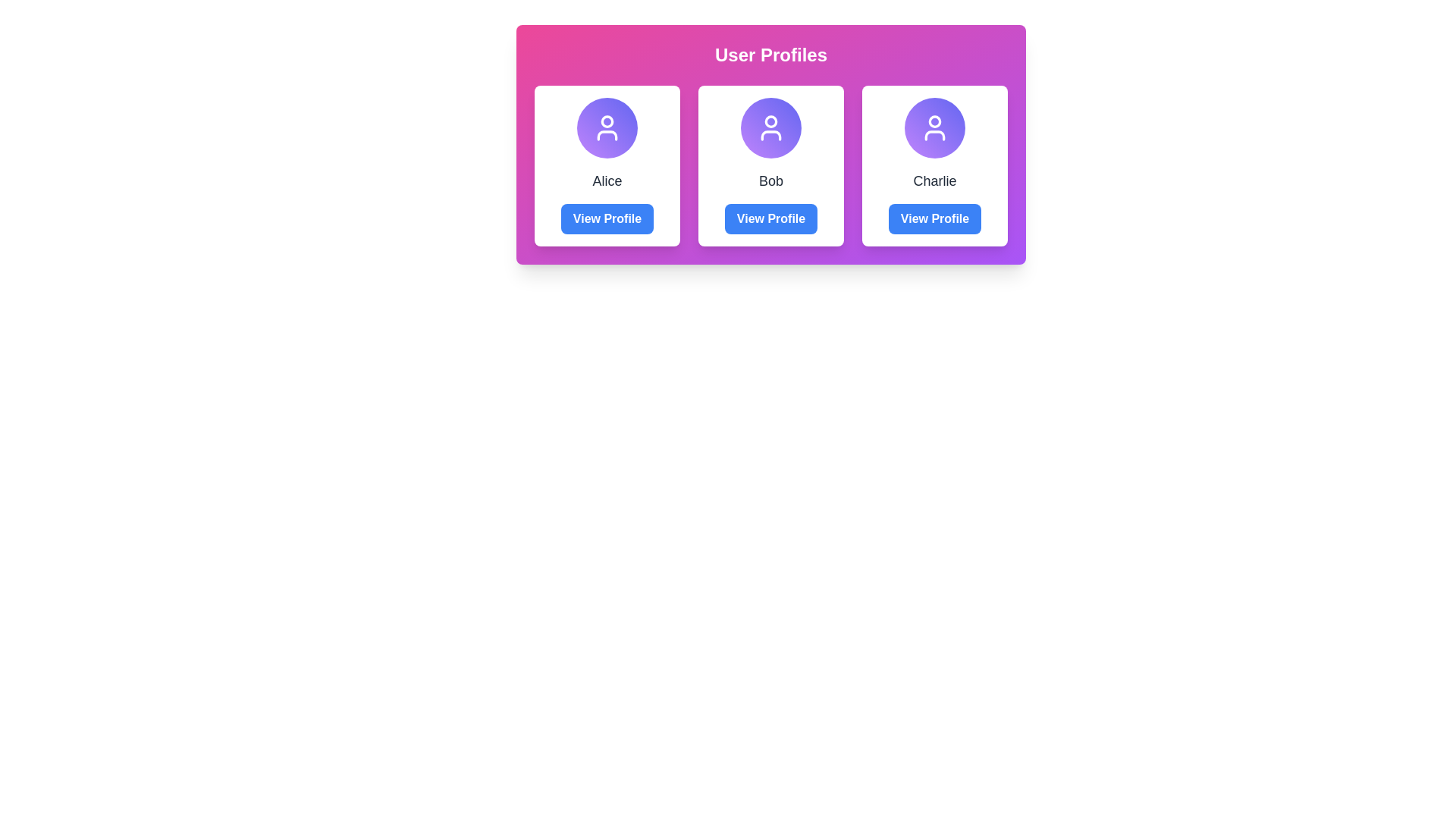 Image resolution: width=1456 pixels, height=819 pixels. I want to click on the text label displaying 'Charlie', which is located beneath a circular avatar in the third card of the second row in a grid layout, so click(934, 180).